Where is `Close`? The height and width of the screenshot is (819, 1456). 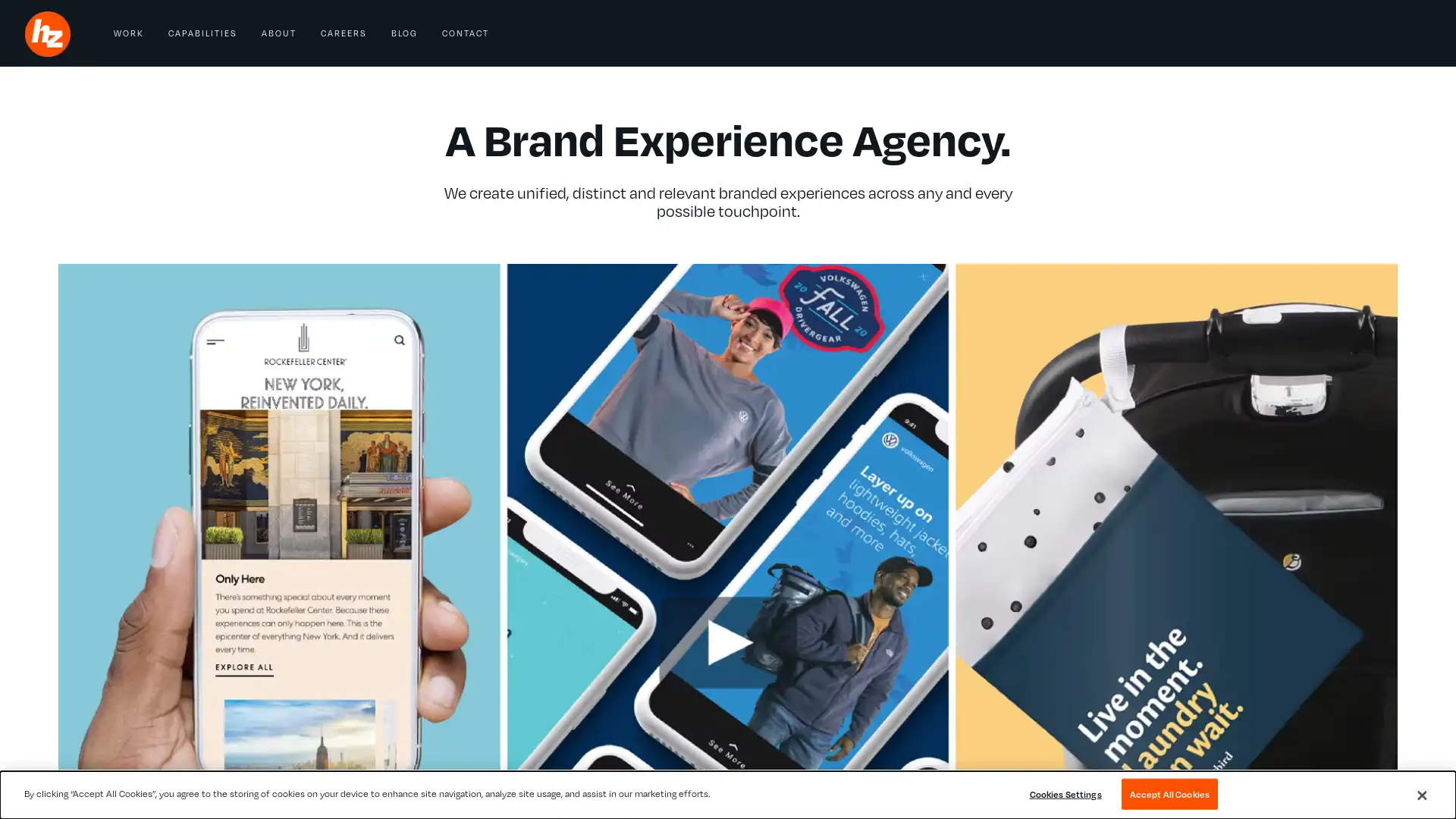 Close is located at coordinates (1420, 794).